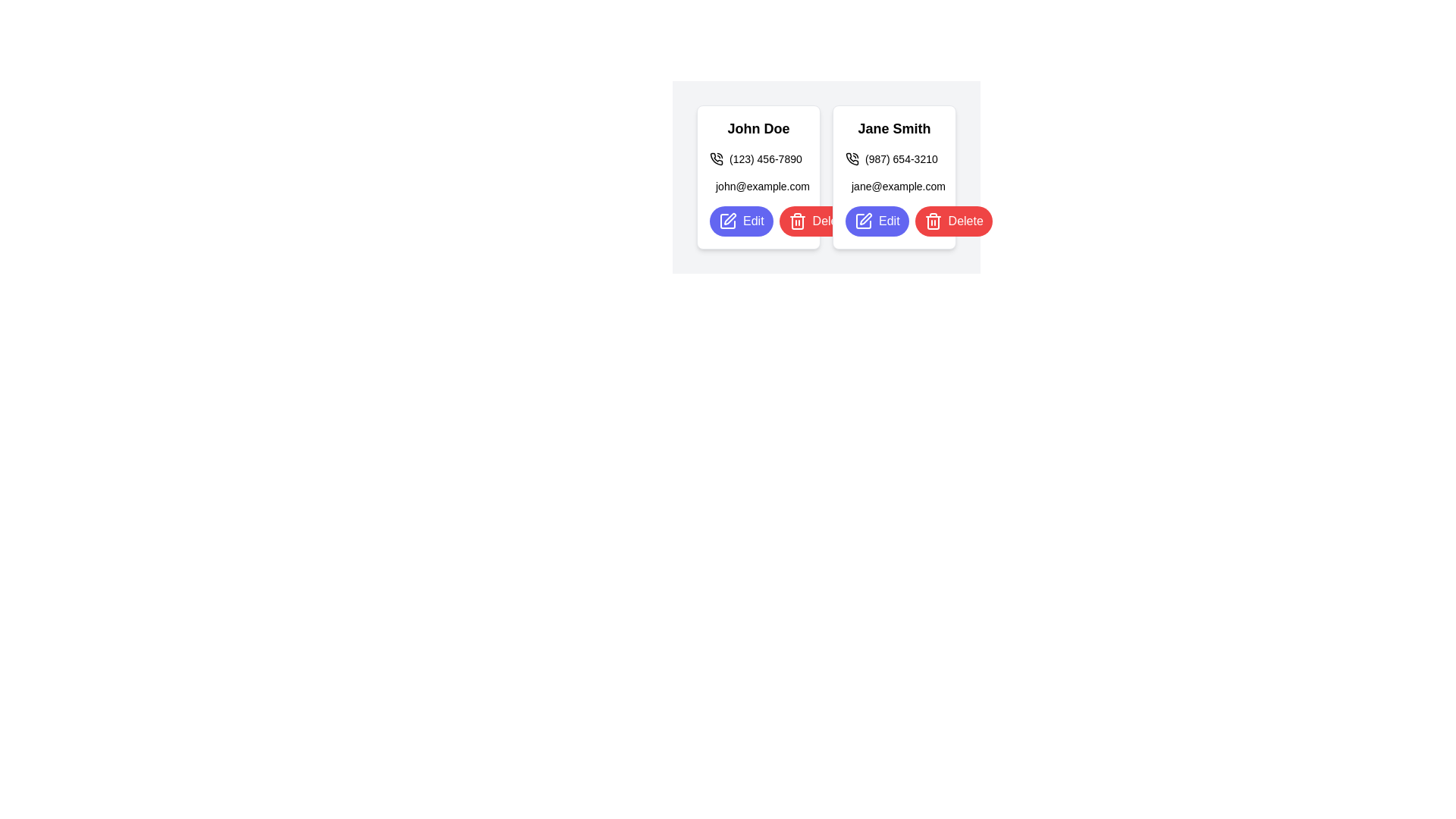 The image size is (1456, 819). I want to click on the static text display showing the email address of Jane Smith, which is positioned below her phone number and above the buttons labeled 'Edit' and 'Delete', so click(894, 186).